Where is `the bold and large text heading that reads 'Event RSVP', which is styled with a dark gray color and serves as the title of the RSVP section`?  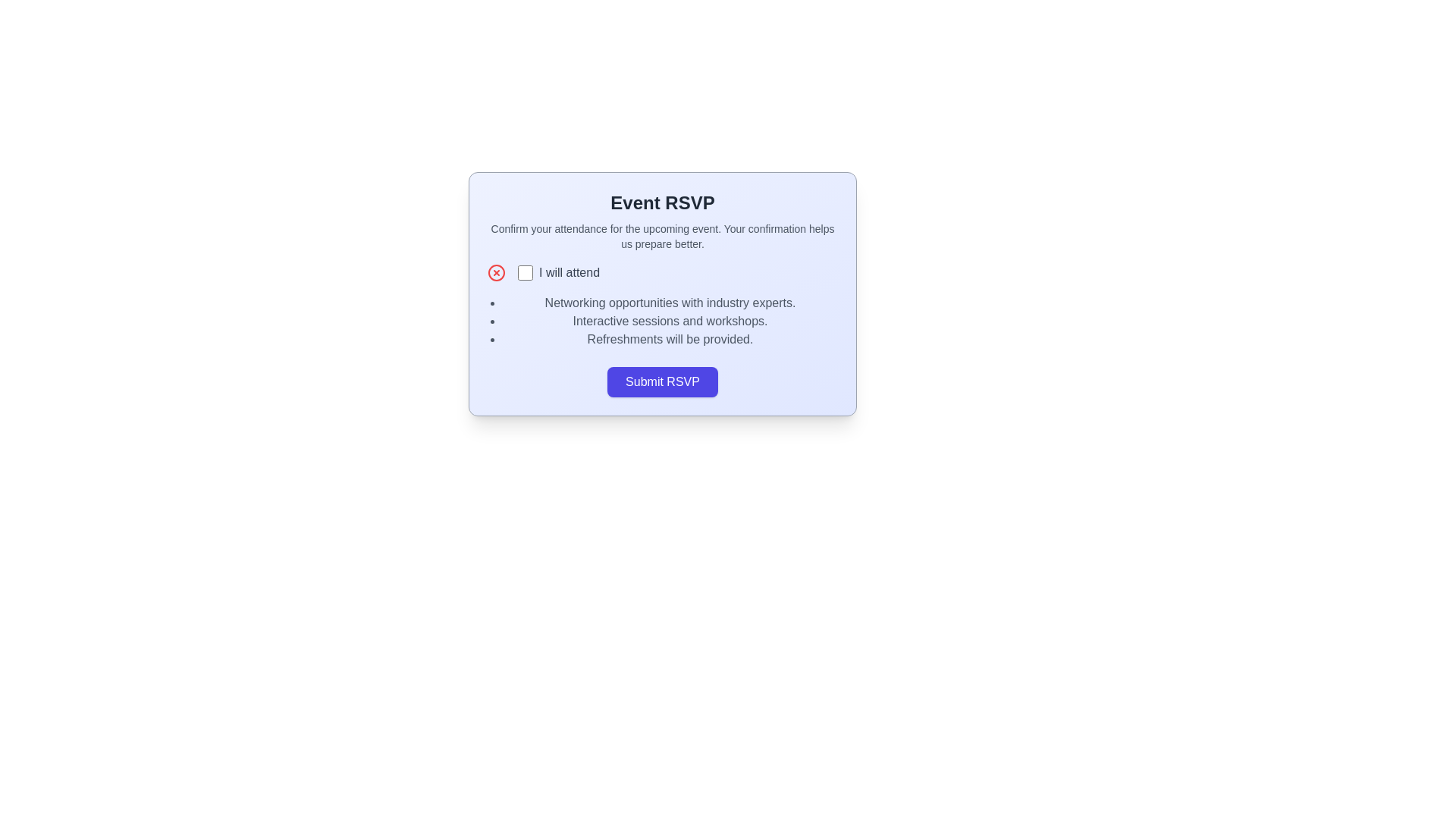
the bold and large text heading that reads 'Event RSVP', which is styled with a dark gray color and serves as the title of the RSVP section is located at coordinates (662, 202).